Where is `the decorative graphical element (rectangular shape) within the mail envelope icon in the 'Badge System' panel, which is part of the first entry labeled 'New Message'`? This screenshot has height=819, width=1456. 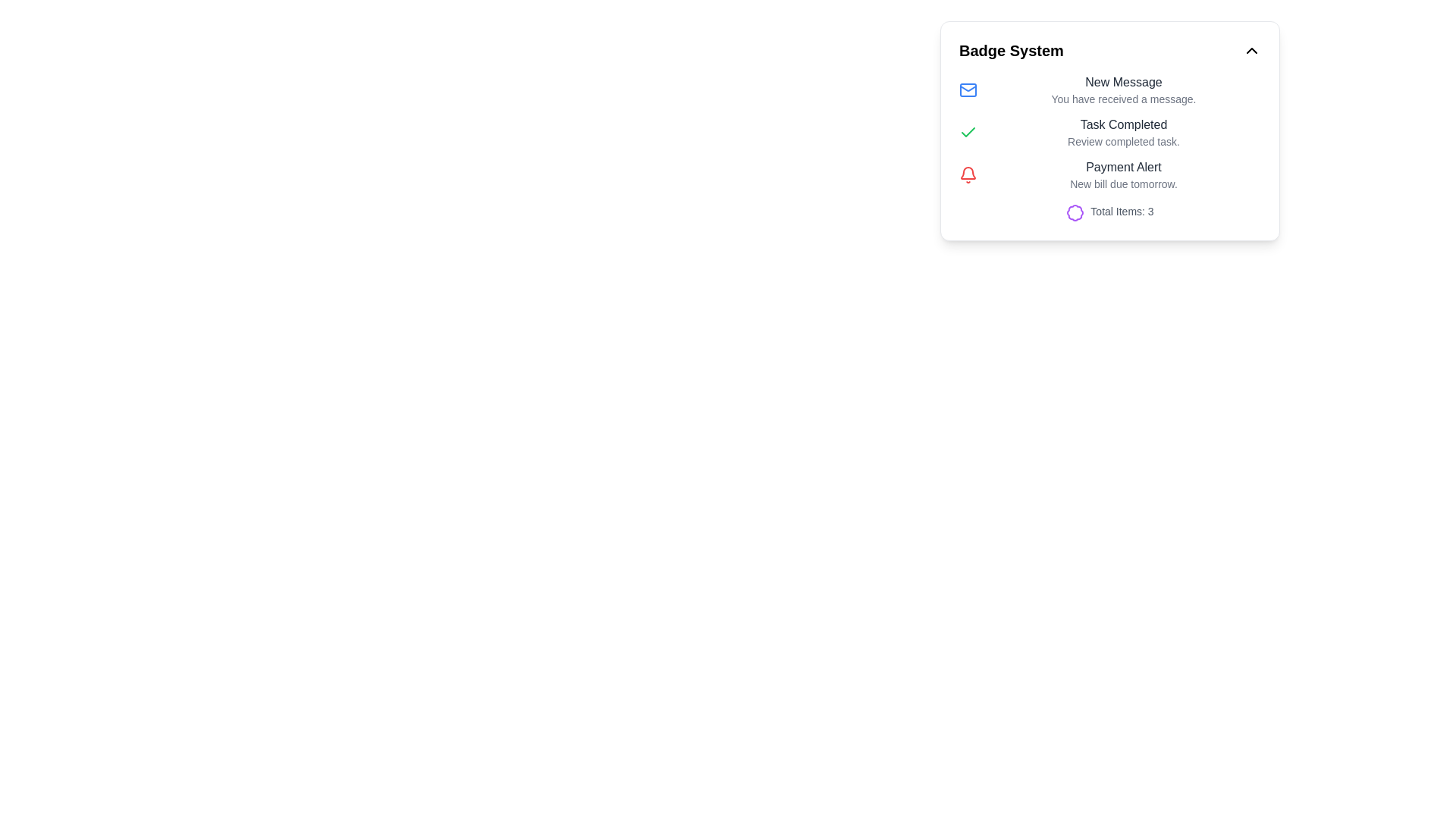 the decorative graphical element (rectangular shape) within the mail envelope icon in the 'Badge System' panel, which is part of the first entry labeled 'New Message' is located at coordinates (967, 90).